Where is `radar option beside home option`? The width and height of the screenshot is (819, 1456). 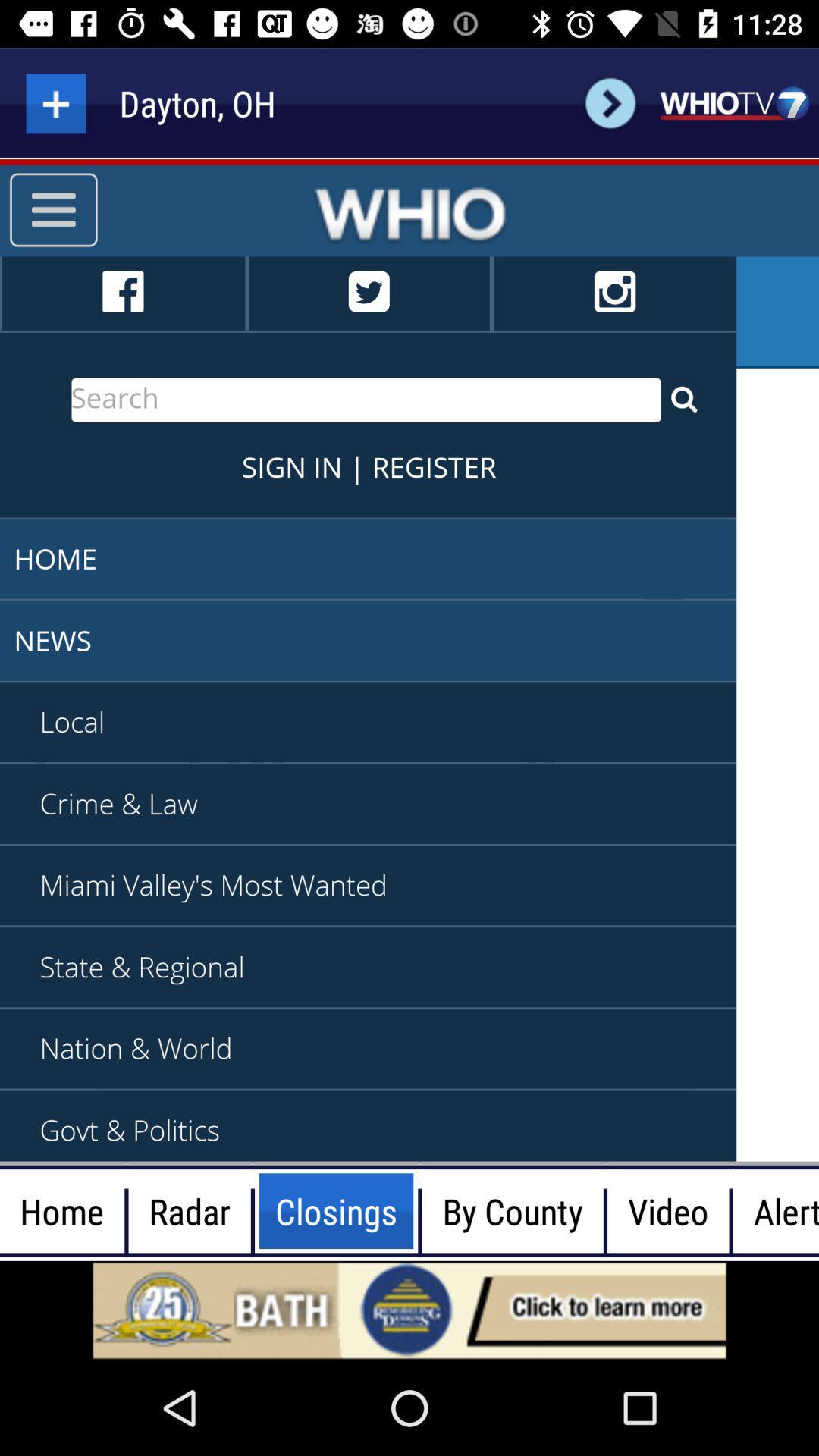 radar option beside home option is located at coordinates (189, 1210).